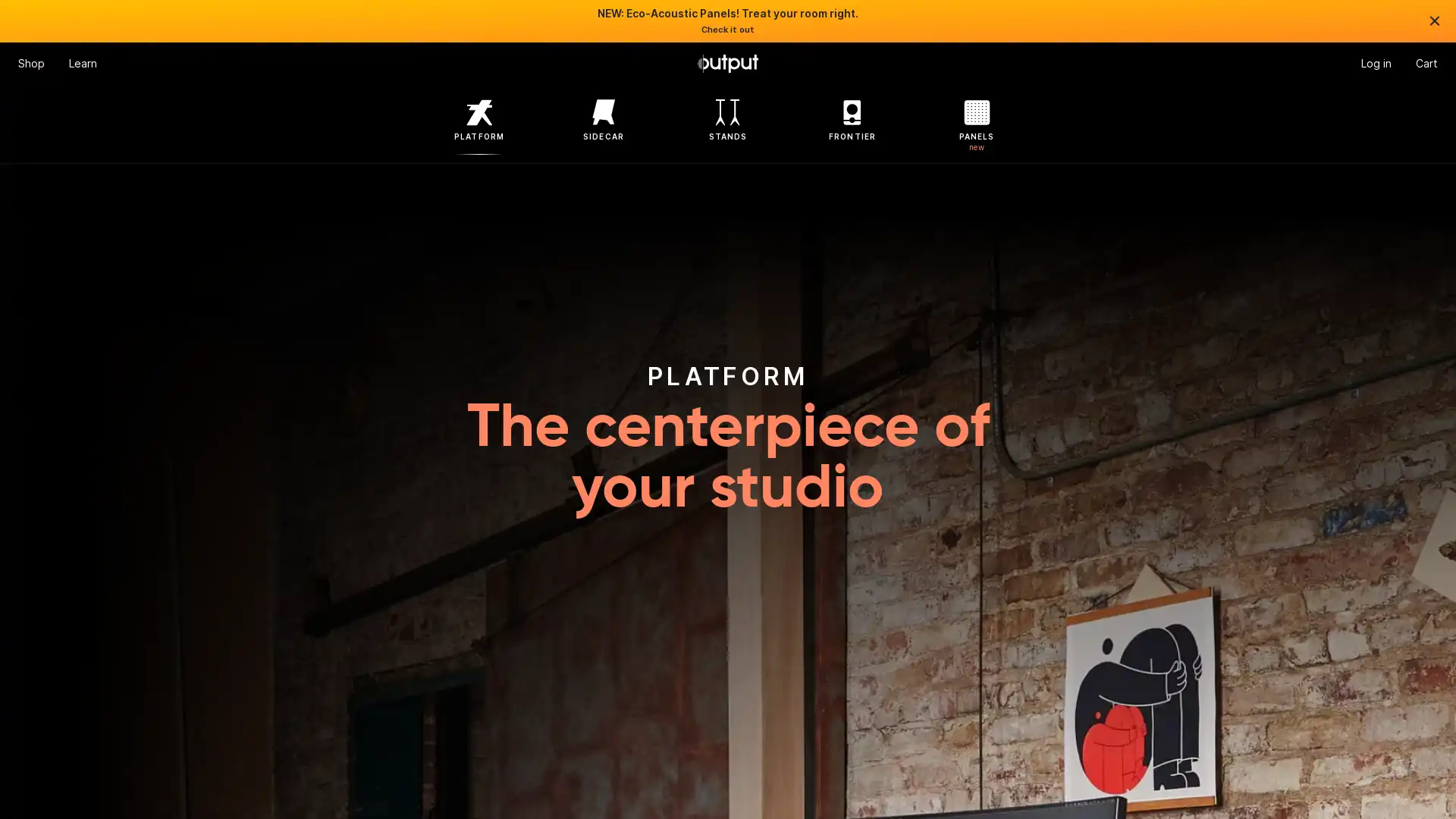  Describe the element at coordinates (62, 409) in the screenshot. I see `Previous` at that location.